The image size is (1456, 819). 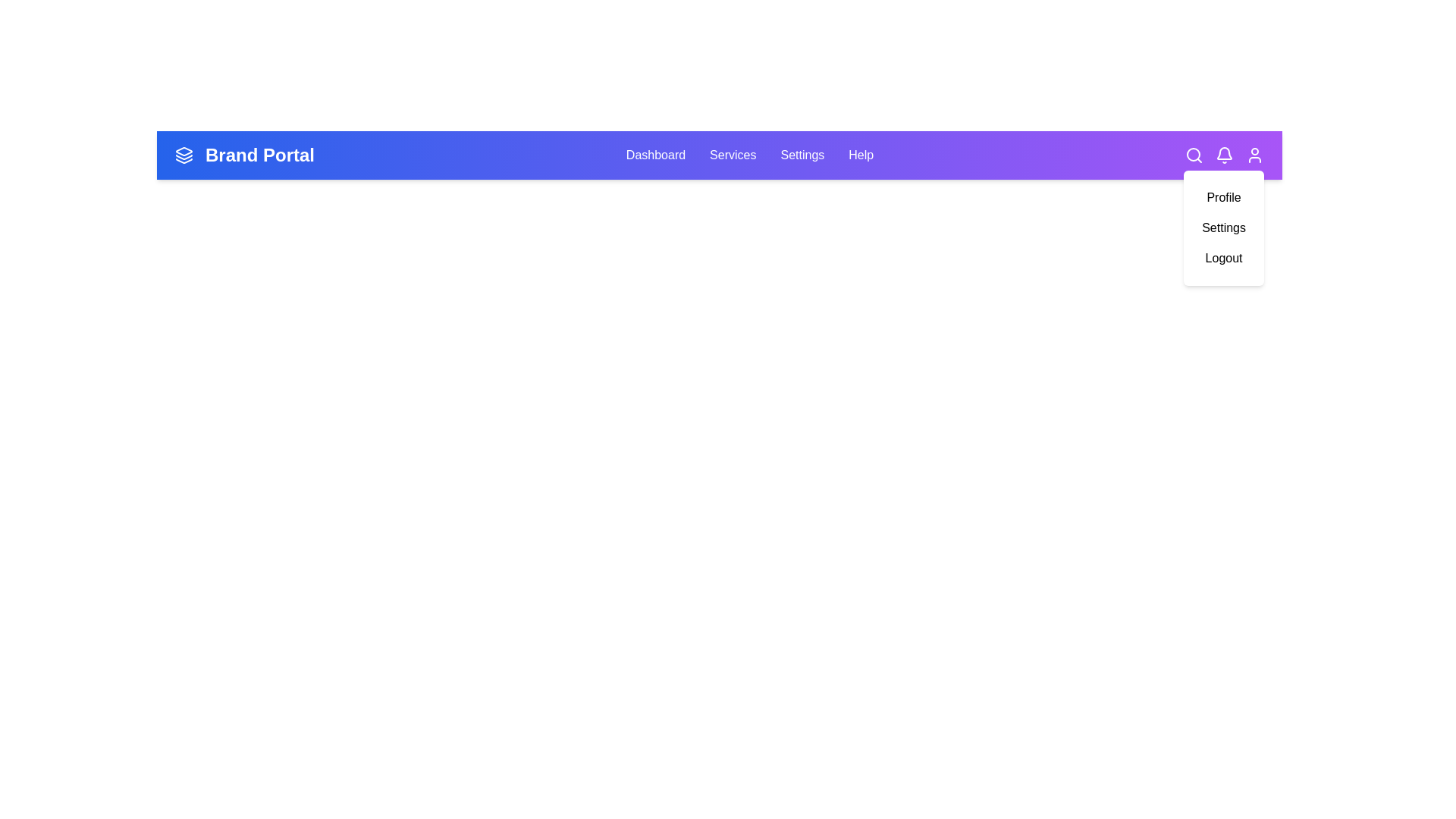 I want to click on the navigational text link for 'Settings' located in the top horizontal navigation bar, so click(x=801, y=155).